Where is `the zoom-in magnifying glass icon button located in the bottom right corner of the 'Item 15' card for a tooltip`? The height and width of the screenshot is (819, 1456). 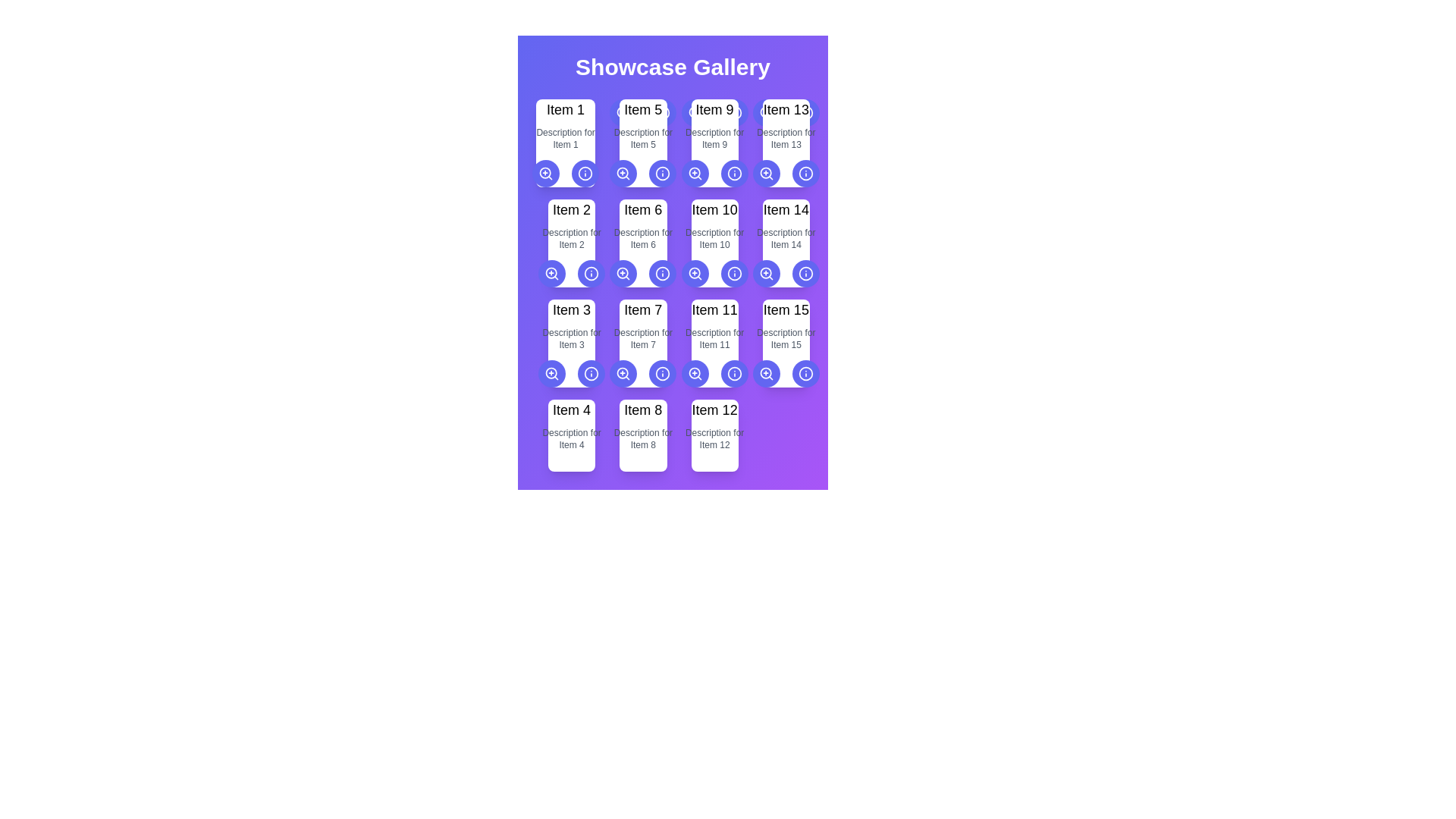 the zoom-in magnifying glass icon button located in the bottom right corner of the 'Item 15' card for a tooltip is located at coordinates (766, 374).